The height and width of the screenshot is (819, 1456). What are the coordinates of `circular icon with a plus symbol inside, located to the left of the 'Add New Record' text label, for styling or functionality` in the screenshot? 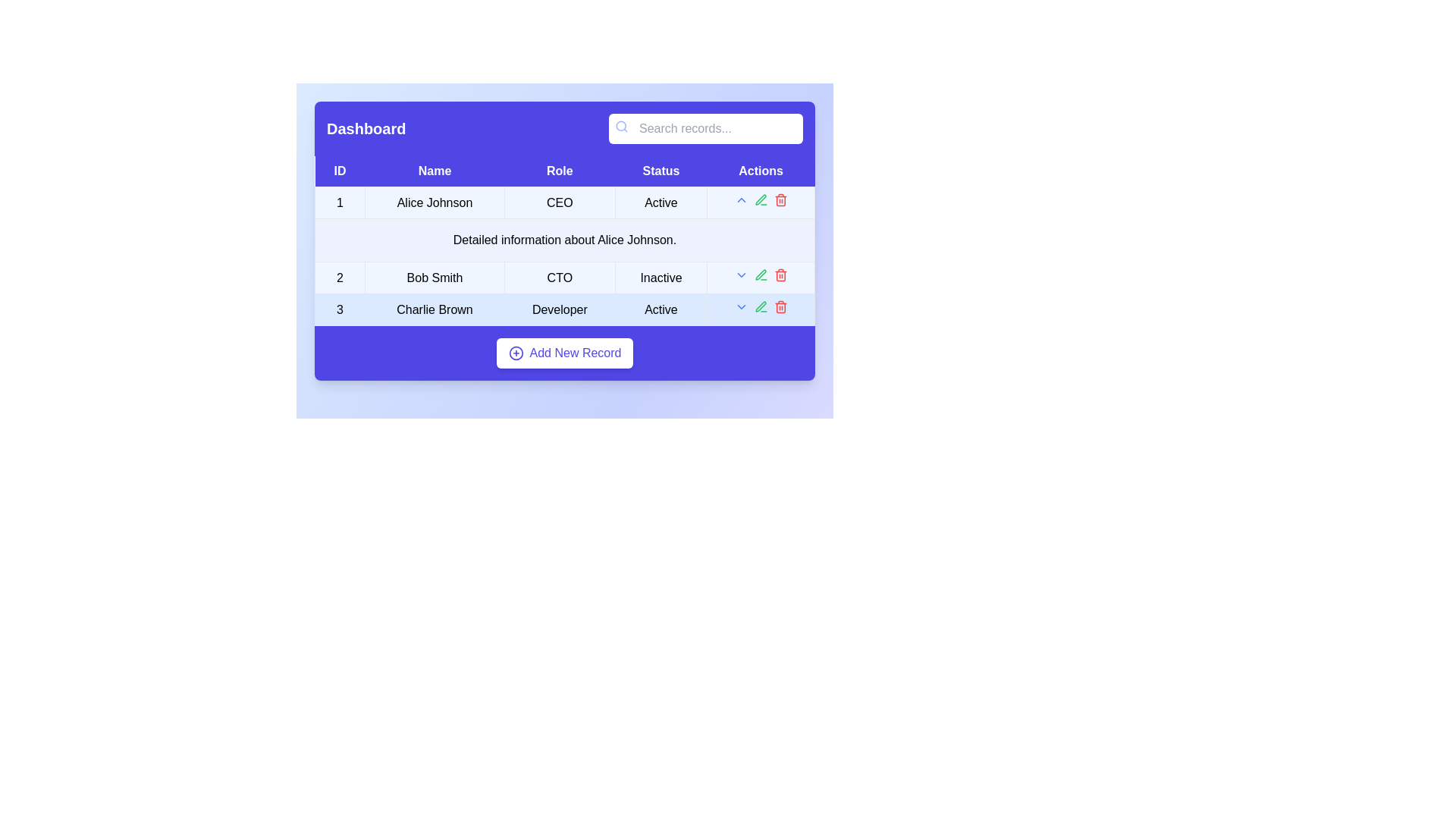 It's located at (516, 353).